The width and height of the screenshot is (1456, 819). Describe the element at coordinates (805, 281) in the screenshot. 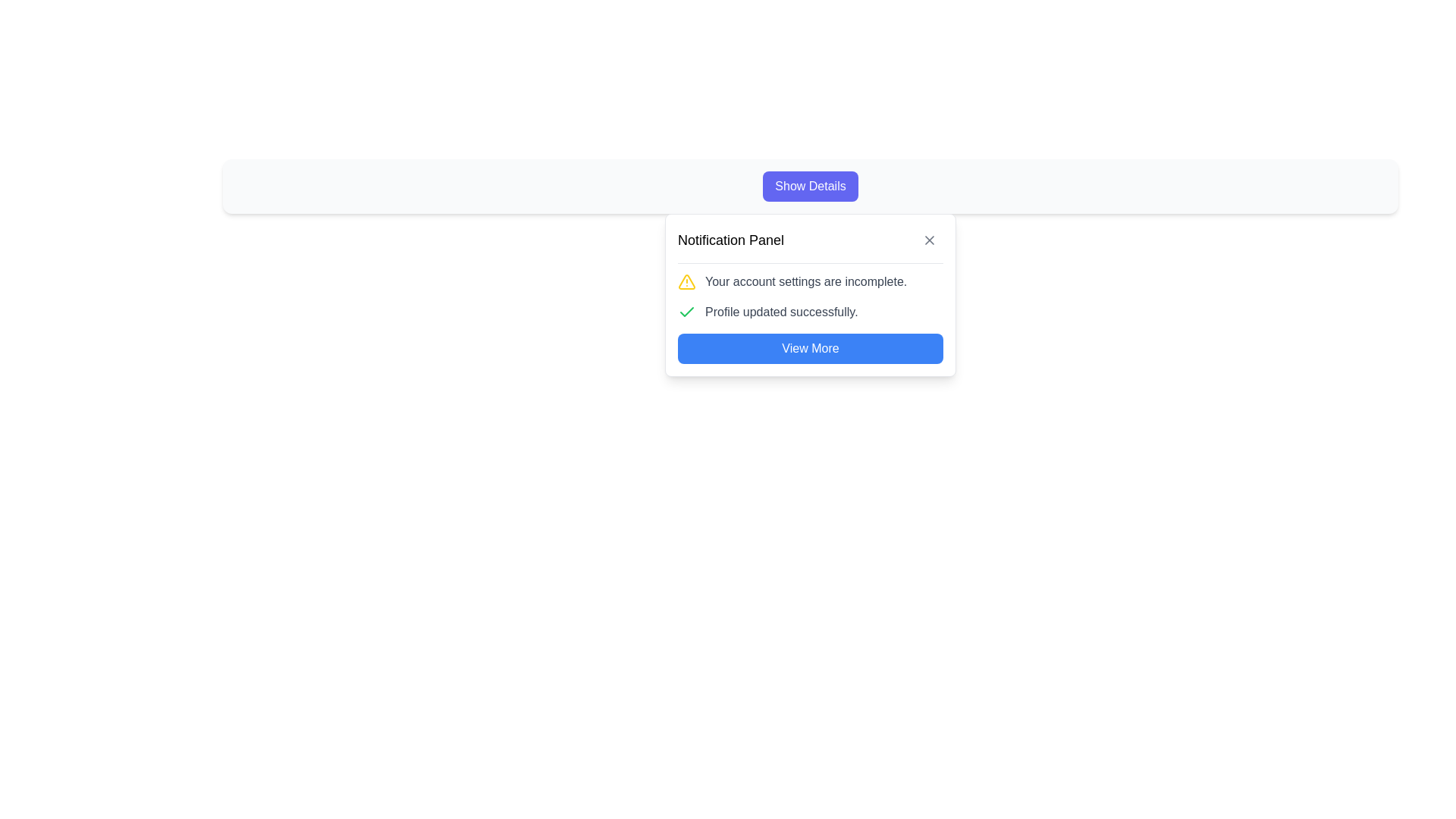

I see `the notification text label that alerts the user about incomplete account settings, located near the top section of the notification panel, to the right of a yellow warning icon` at that location.